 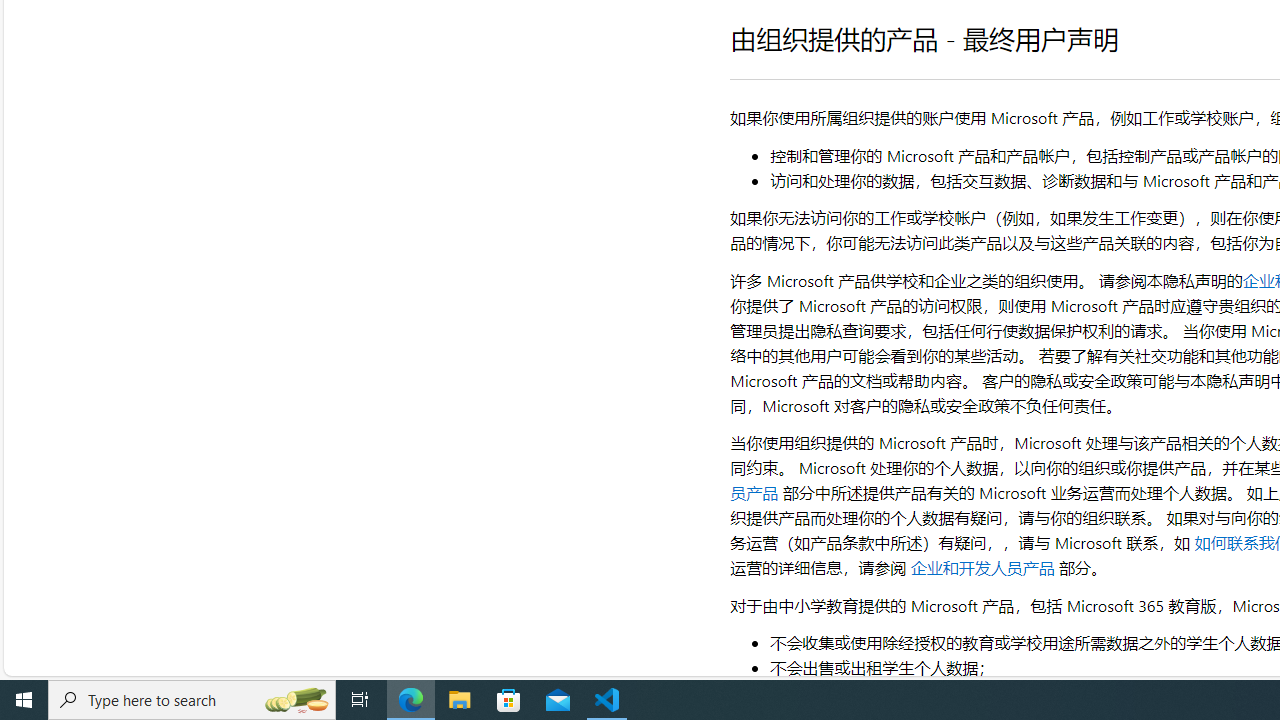 I want to click on 'Microsoft Edge - 1 running window', so click(x=410, y=698).